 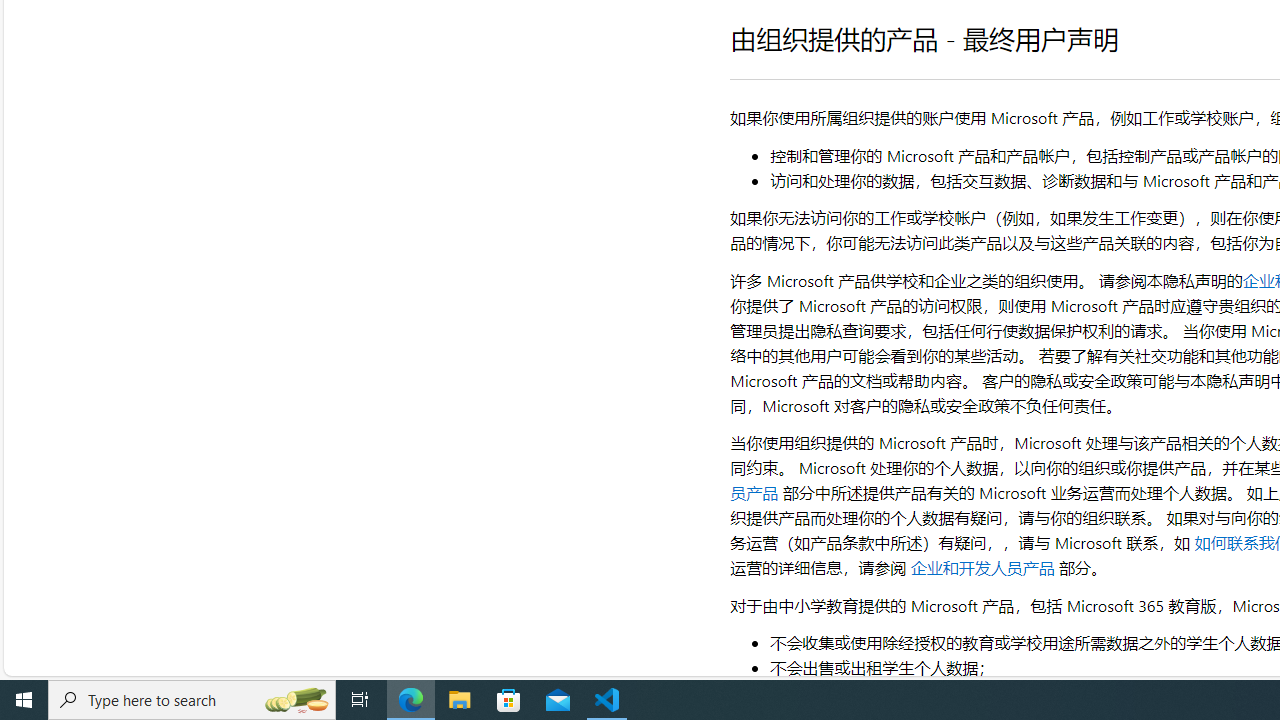 I want to click on 'Microsoft Edge - 1 running window', so click(x=410, y=698).